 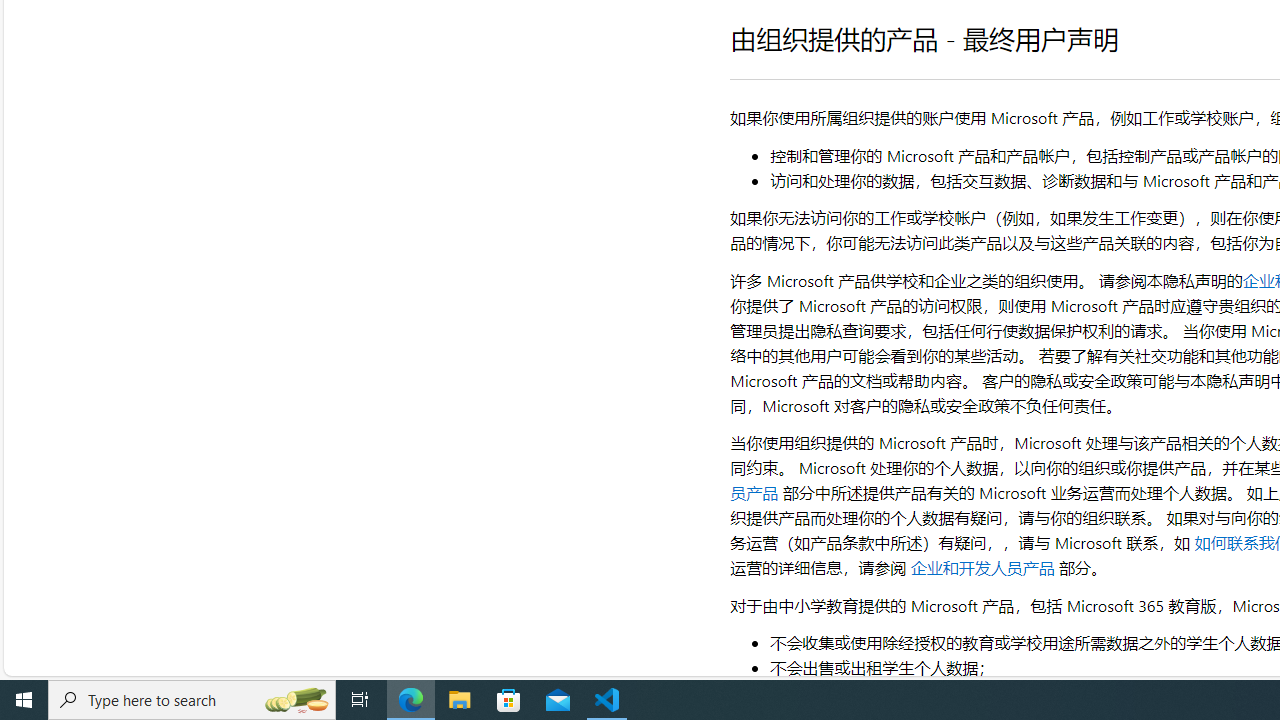 I want to click on 'Microsoft Edge - 1 running window', so click(x=410, y=698).